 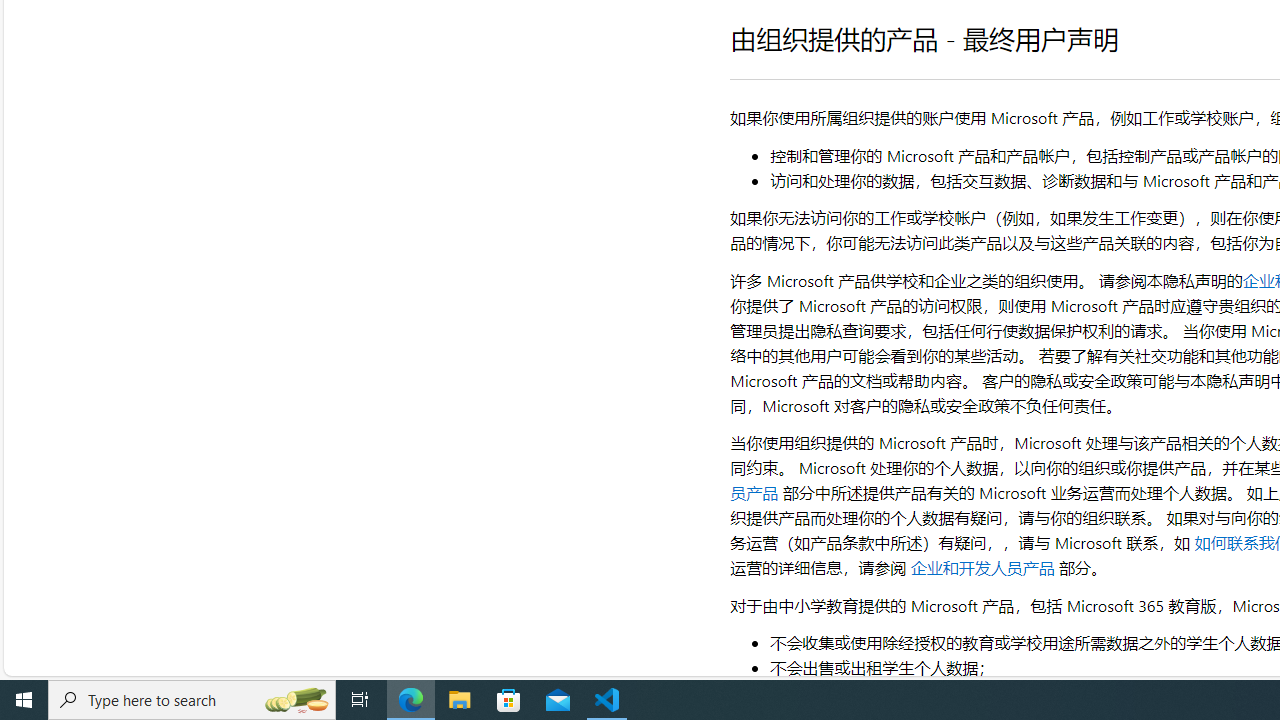 I want to click on 'Microsoft Edge - 1 running window', so click(x=410, y=698).